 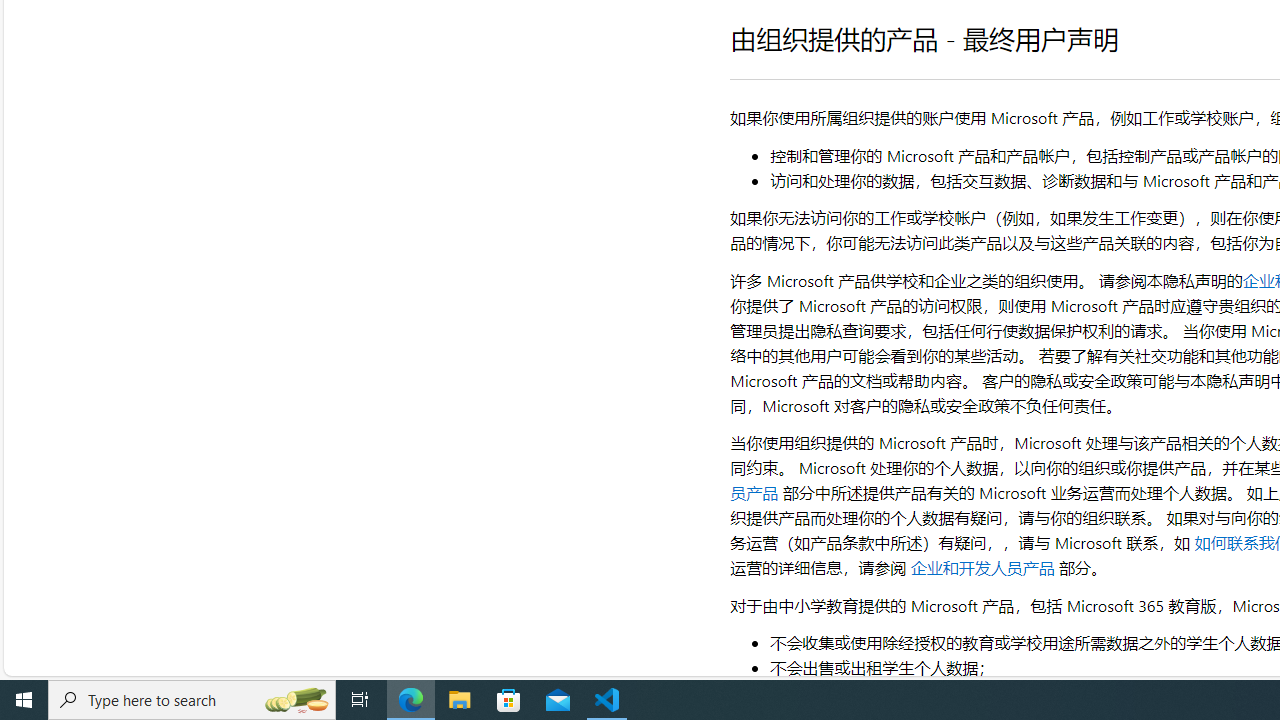 I want to click on 'Microsoft Edge - 1 running window', so click(x=410, y=698).